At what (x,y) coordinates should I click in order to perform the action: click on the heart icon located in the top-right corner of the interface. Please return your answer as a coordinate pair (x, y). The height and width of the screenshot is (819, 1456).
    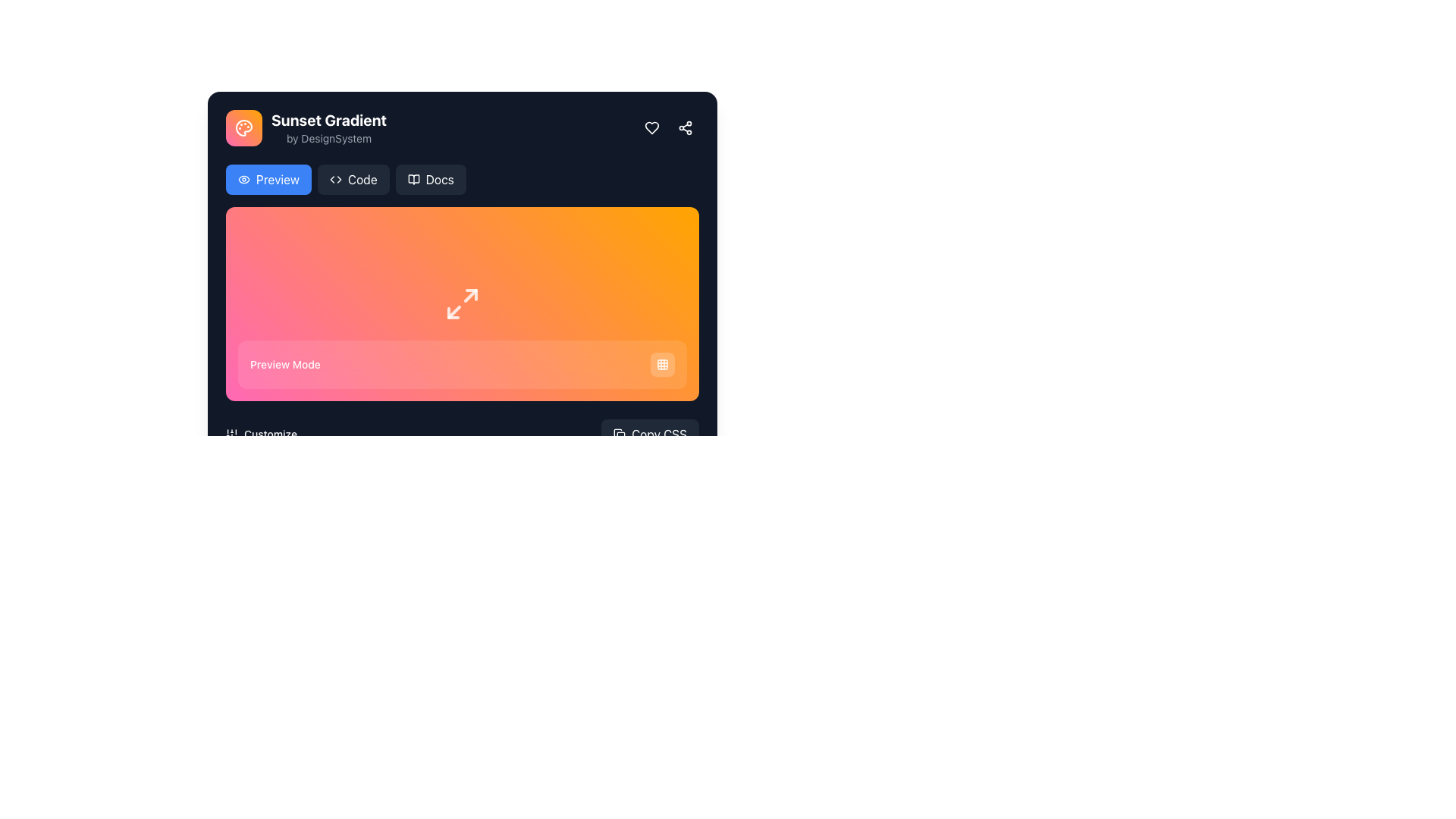
    Looking at the image, I should click on (651, 127).